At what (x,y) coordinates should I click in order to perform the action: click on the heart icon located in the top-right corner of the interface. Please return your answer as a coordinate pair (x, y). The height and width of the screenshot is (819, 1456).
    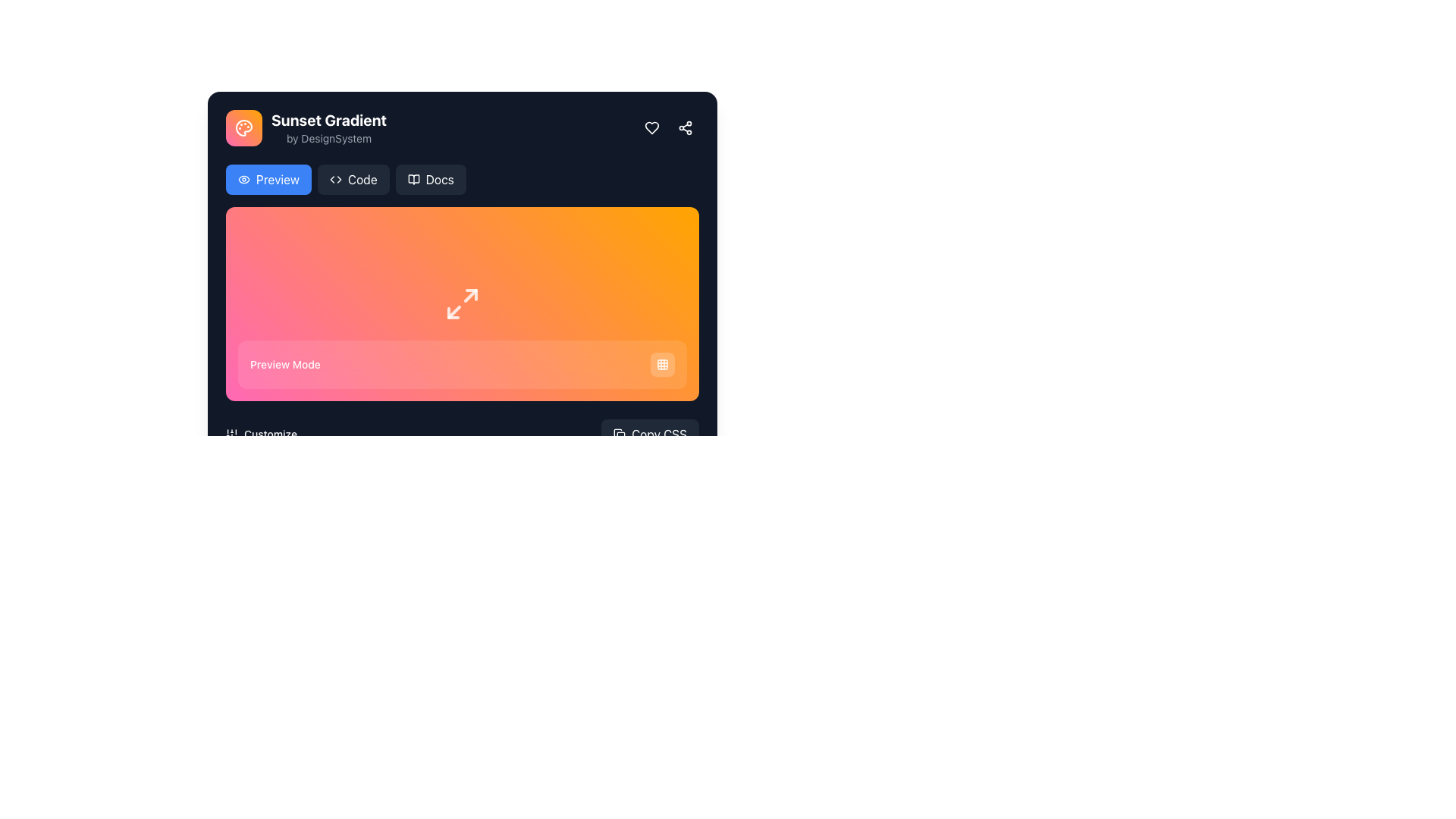
    Looking at the image, I should click on (651, 127).